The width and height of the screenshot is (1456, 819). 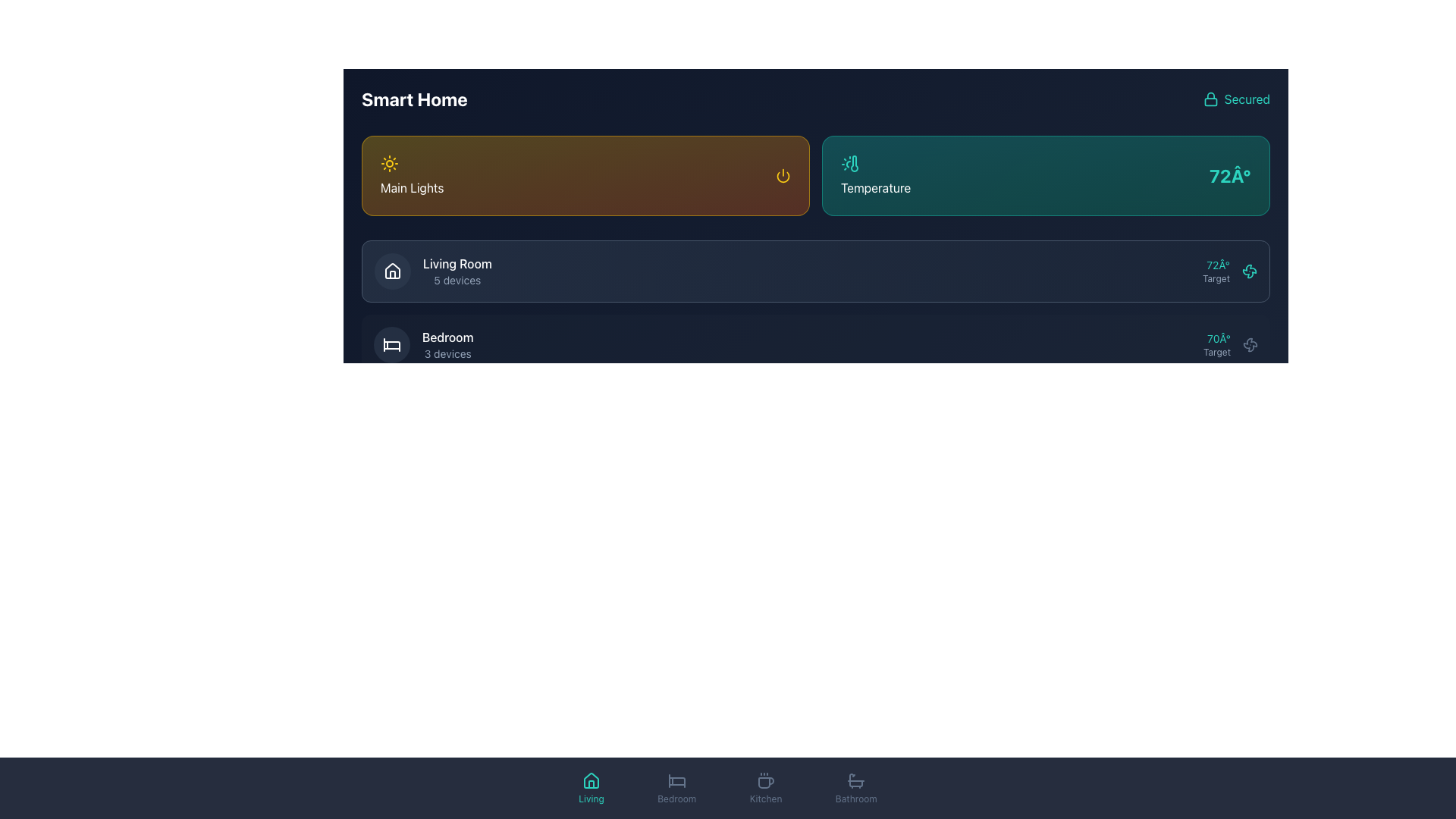 What do you see at coordinates (783, 174) in the screenshot?
I see `the icon button located at the far-right end of the brown rectangular area labeled 'Main Lights'` at bounding box center [783, 174].